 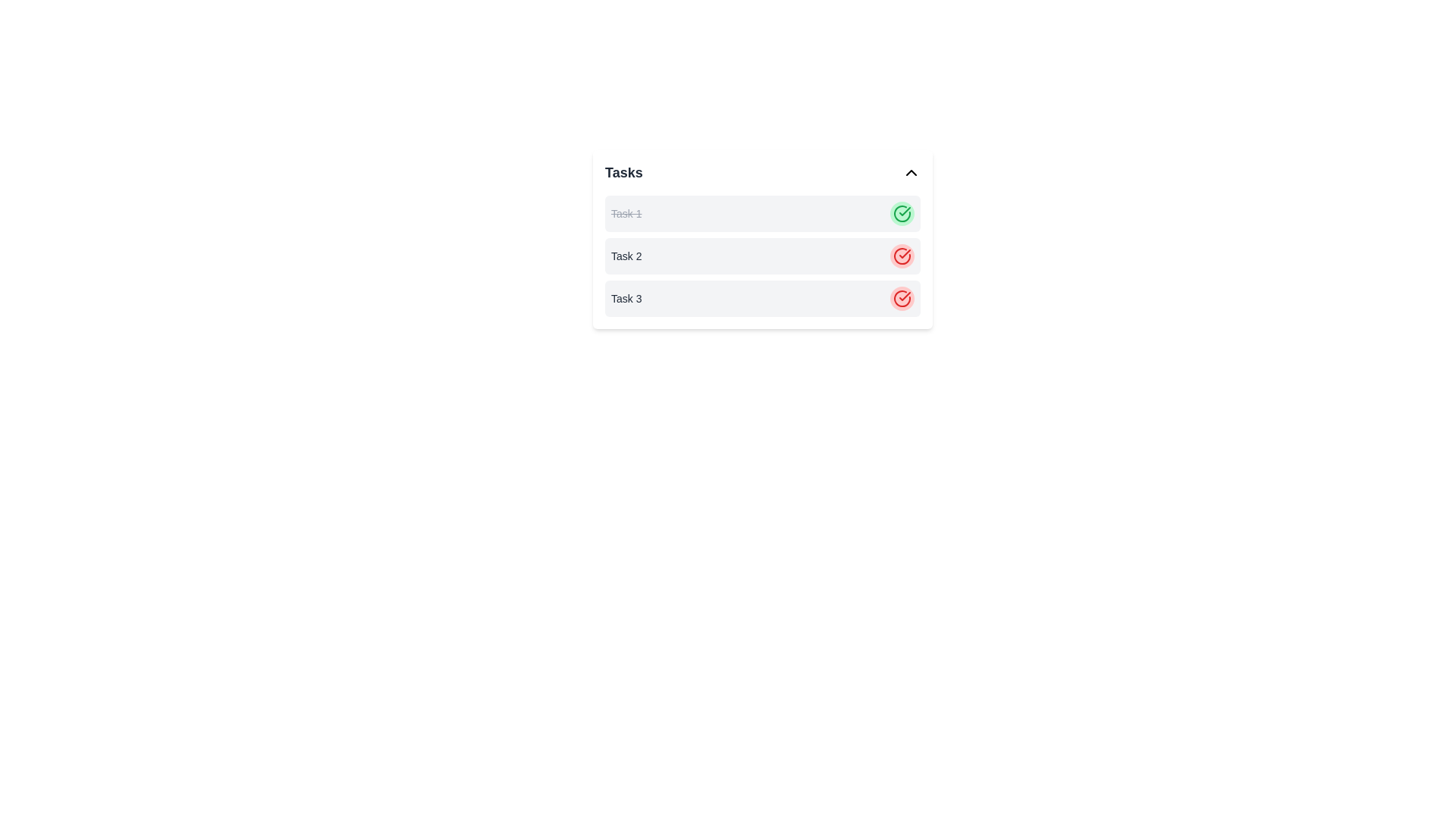 What do you see at coordinates (902, 213) in the screenshot?
I see `the circular icon with a green check mark inside, which is located in the 'Tasks' list next to 'Task 1'` at bounding box center [902, 213].